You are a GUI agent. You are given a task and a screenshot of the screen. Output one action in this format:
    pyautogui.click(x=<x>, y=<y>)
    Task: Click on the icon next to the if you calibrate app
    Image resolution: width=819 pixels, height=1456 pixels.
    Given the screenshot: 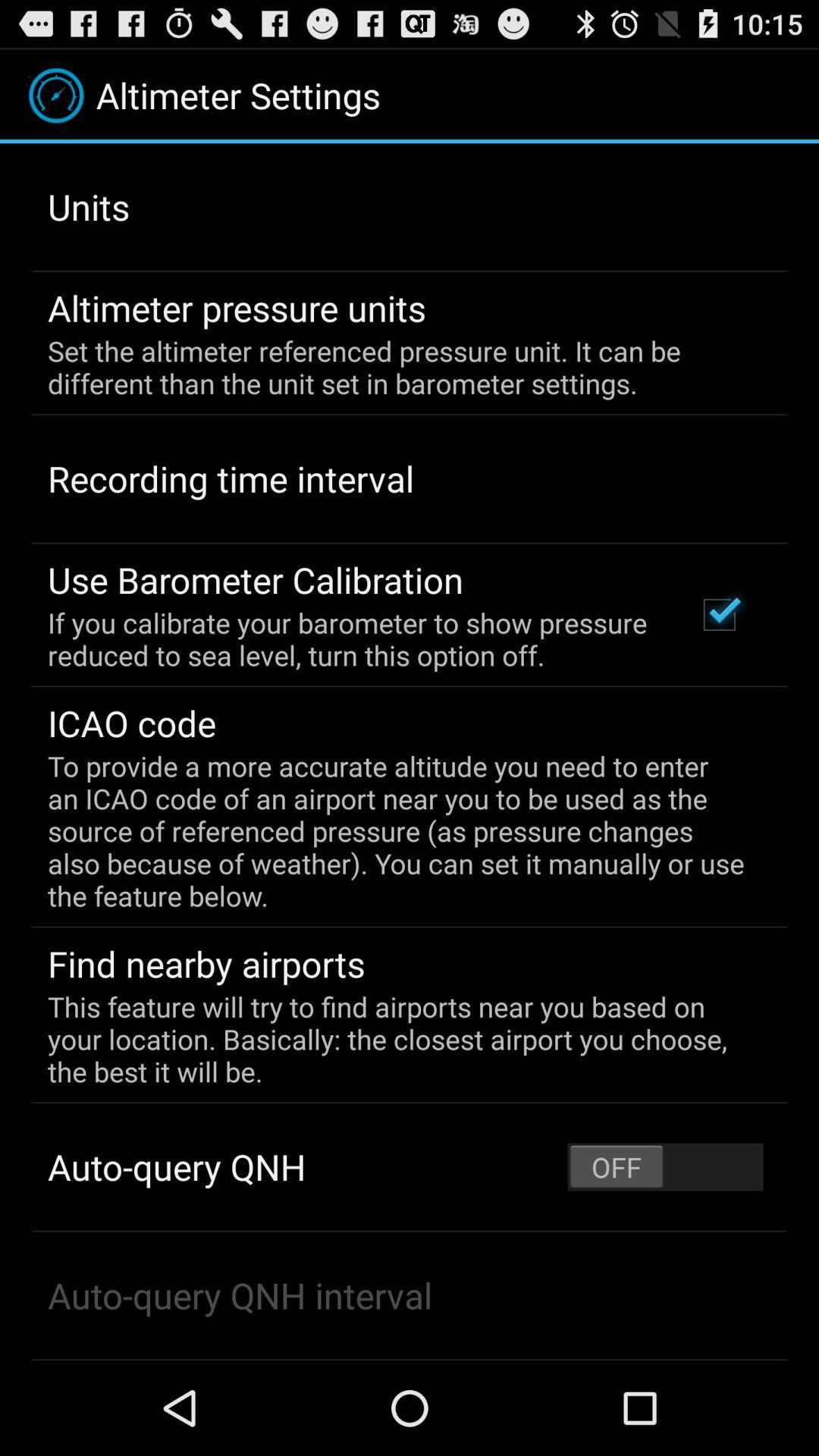 What is the action you would take?
    pyautogui.click(x=718, y=614)
    